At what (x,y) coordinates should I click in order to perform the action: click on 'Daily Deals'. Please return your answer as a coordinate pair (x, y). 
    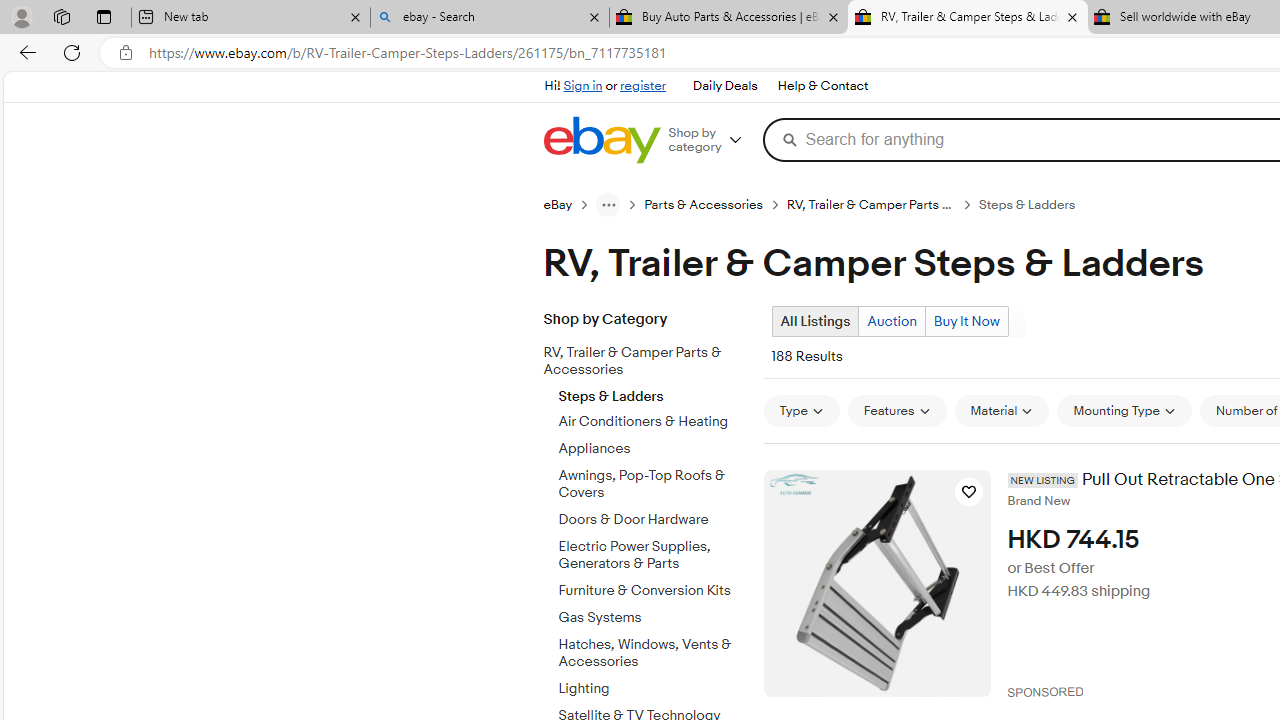
    Looking at the image, I should click on (723, 85).